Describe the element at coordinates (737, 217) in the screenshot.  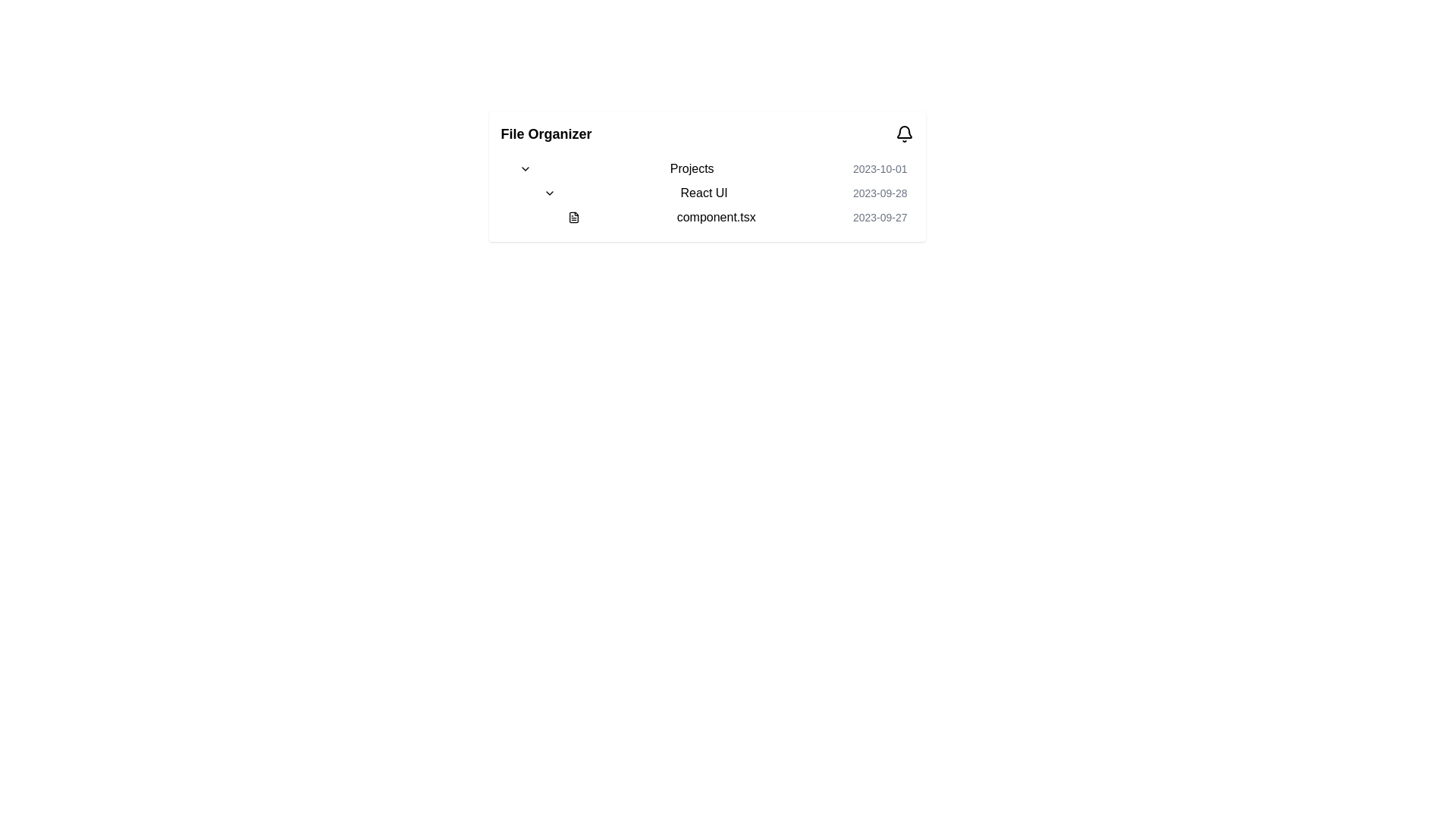
I see `the 'component.tsx' file entry row` at that location.